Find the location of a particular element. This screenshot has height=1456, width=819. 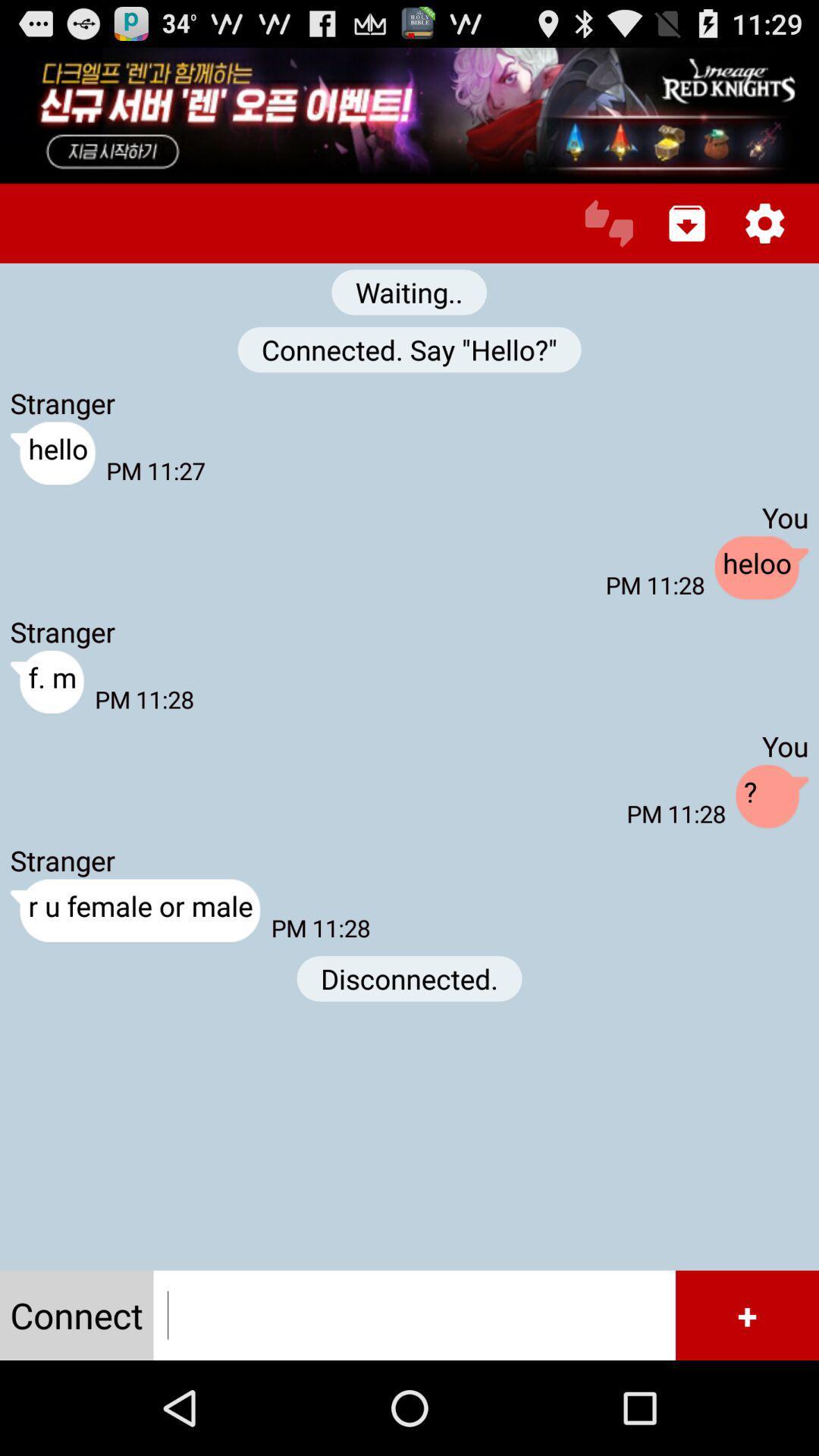

the settings icon is located at coordinates (764, 238).